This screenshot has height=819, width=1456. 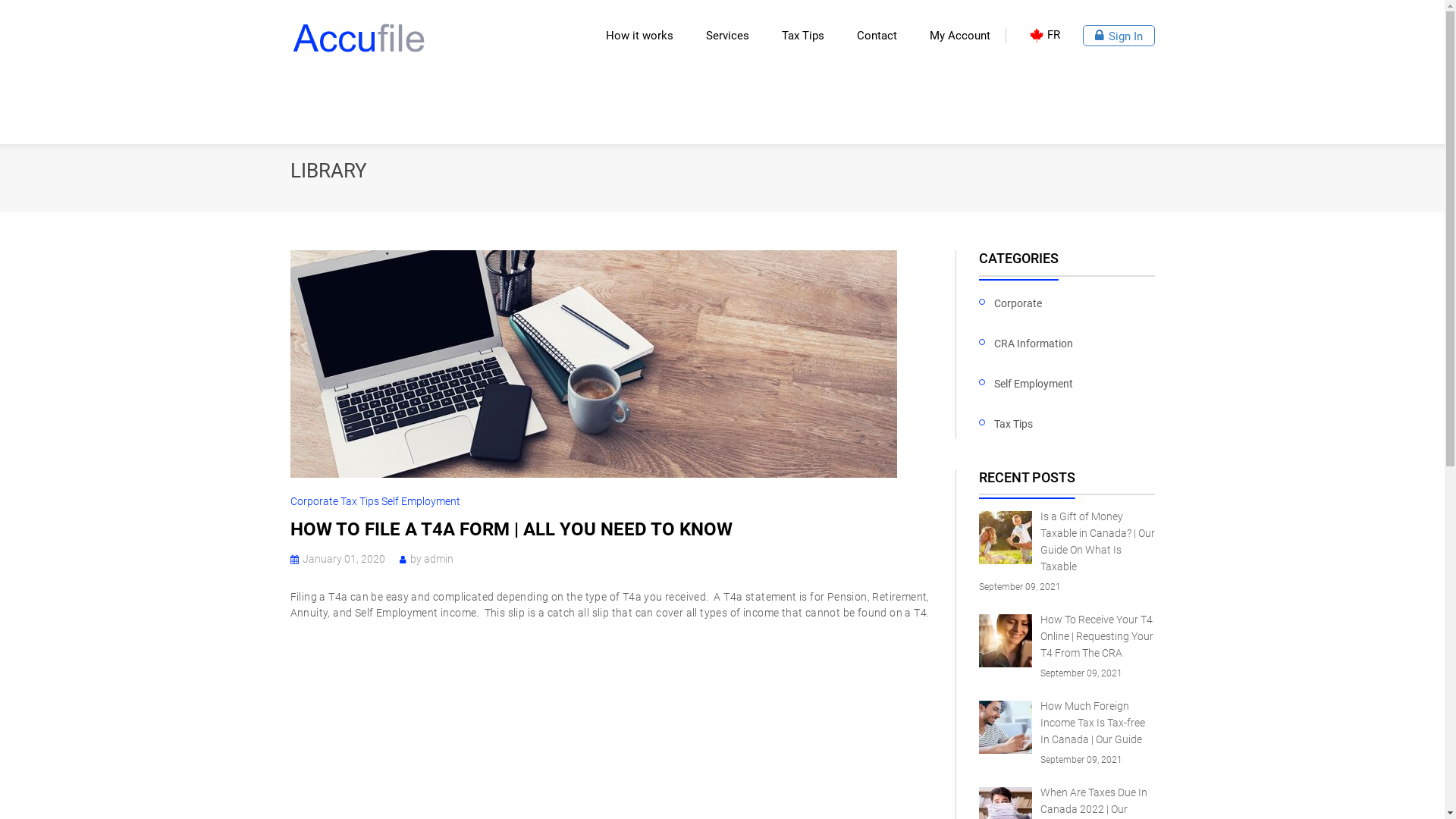 What do you see at coordinates (1033, 344) in the screenshot?
I see `'CRA Information'` at bounding box center [1033, 344].